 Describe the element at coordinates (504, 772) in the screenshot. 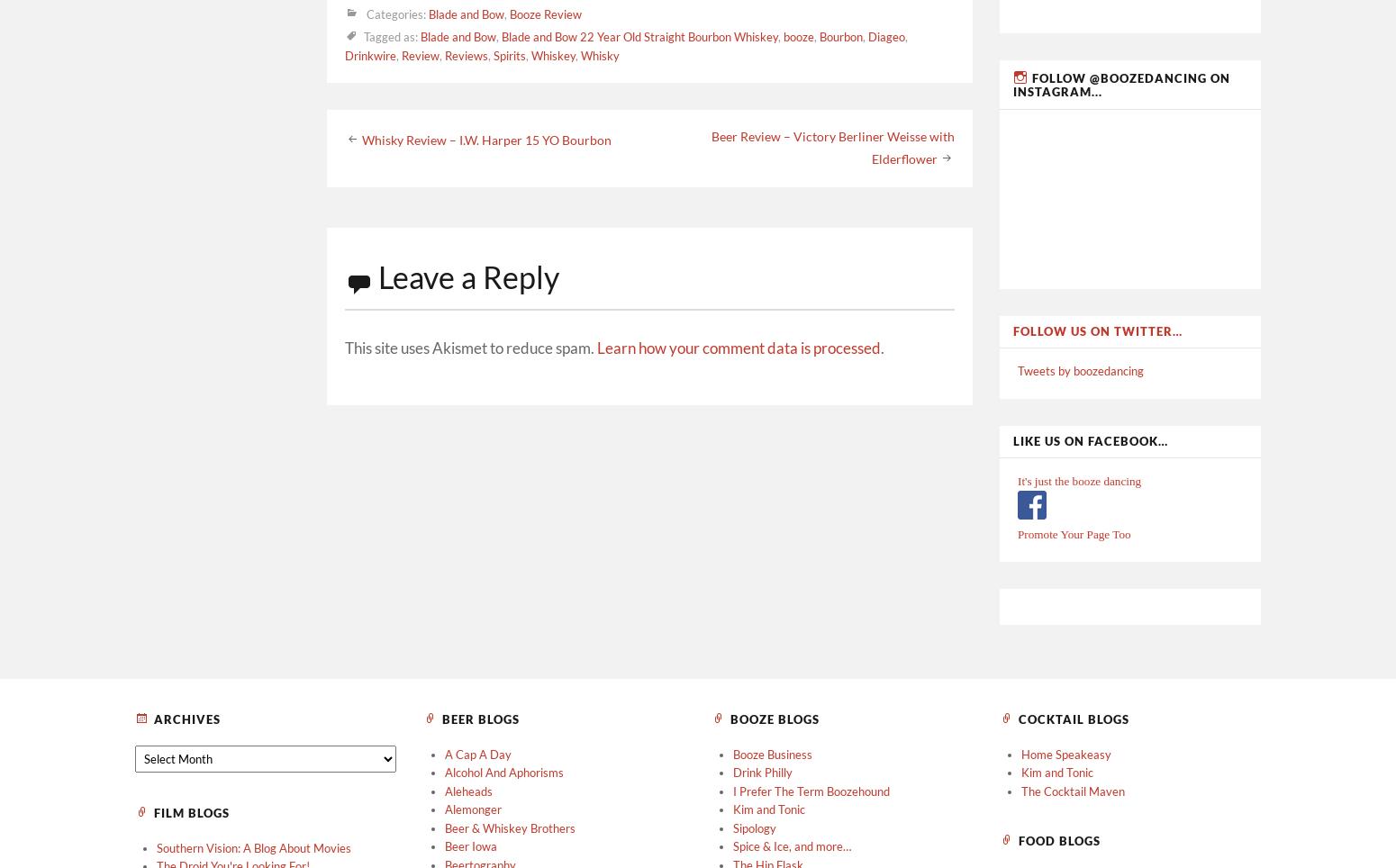

I see `'Alcohol And Aphorisms'` at that location.